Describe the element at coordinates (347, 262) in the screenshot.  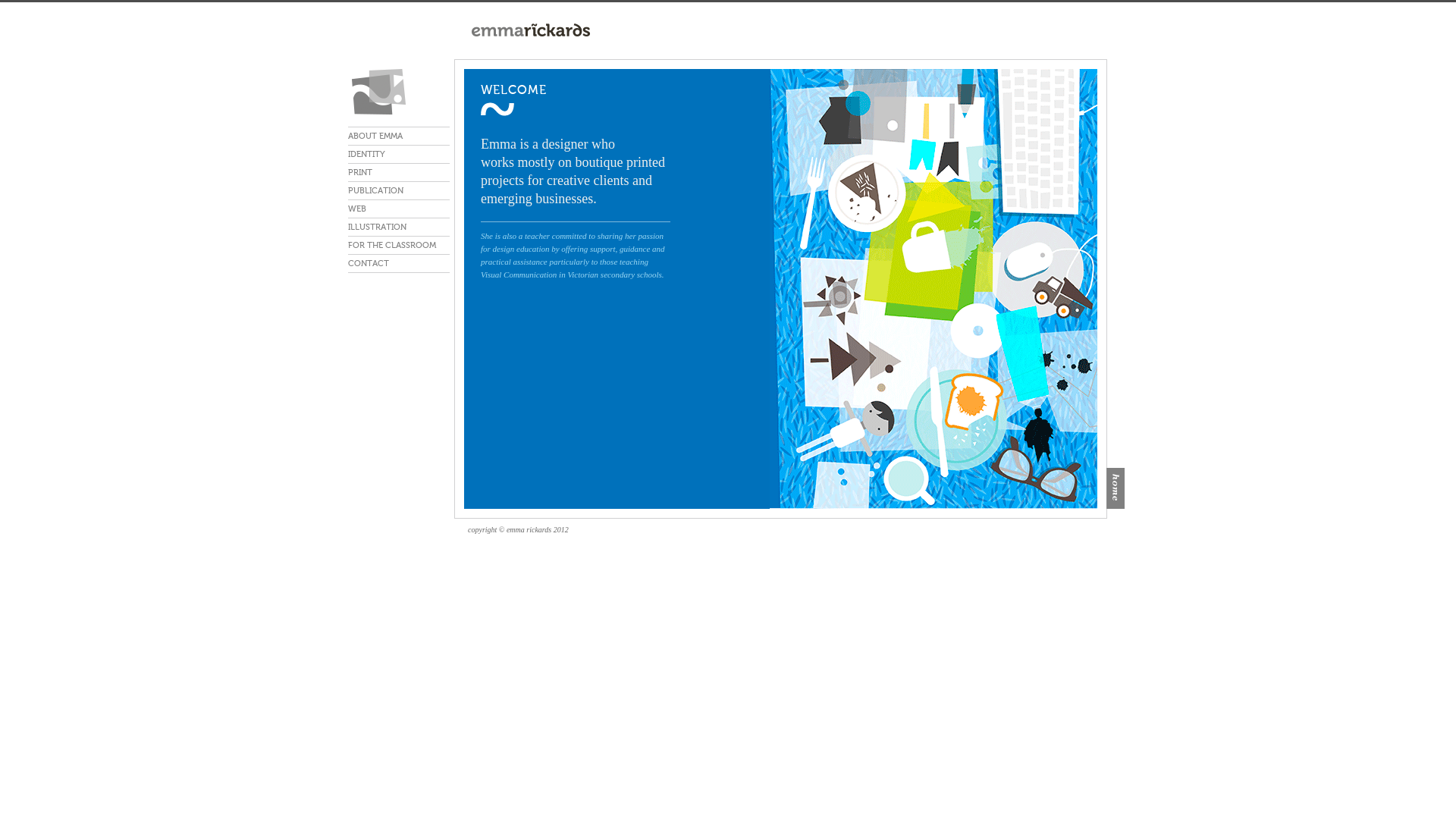
I see `'CONTACT'` at that location.